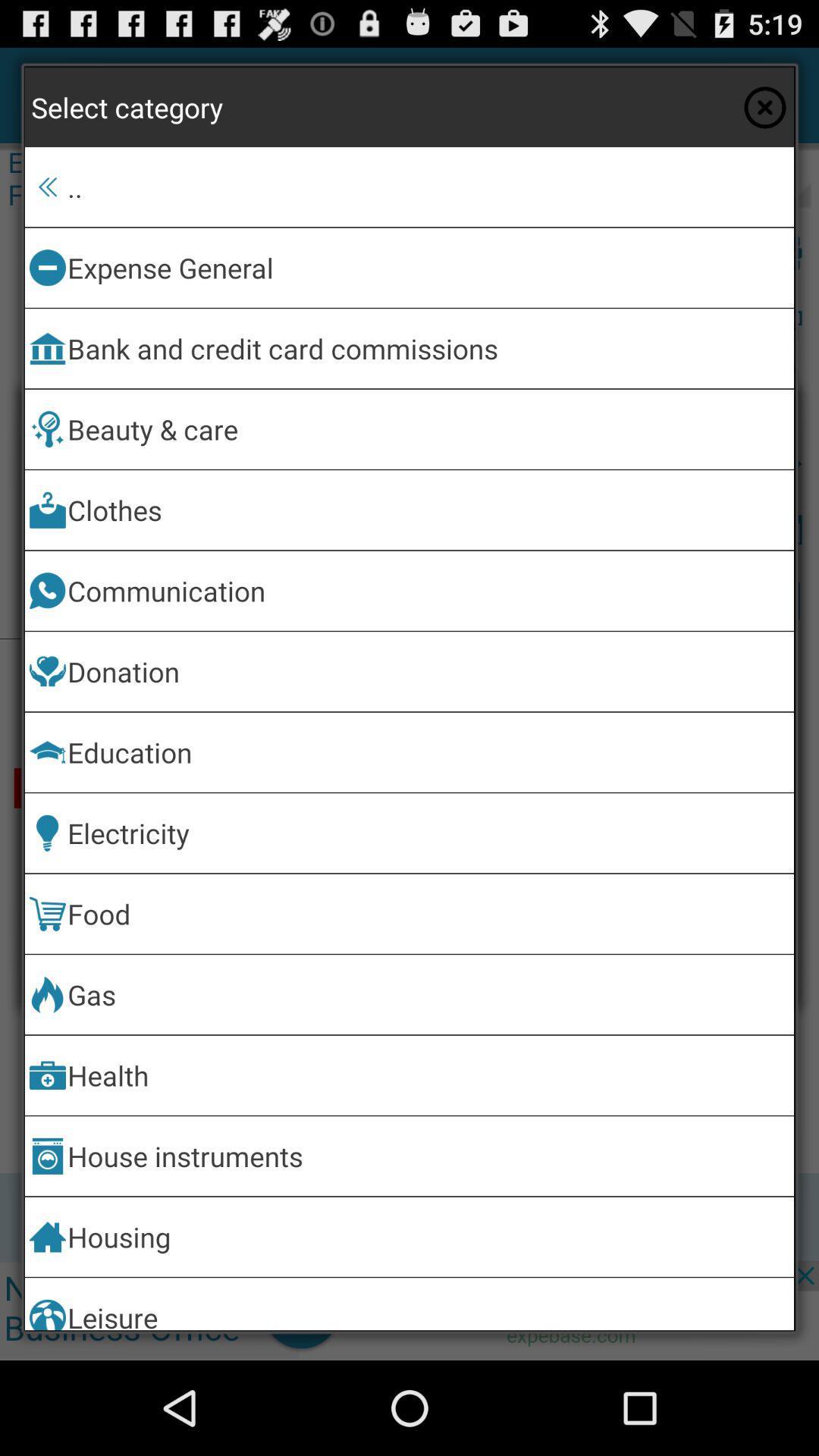 The height and width of the screenshot is (1456, 819). What do you see at coordinates (428, 590) in the screenshot?
I see `item below clothes` at bounding box center [428, 590].